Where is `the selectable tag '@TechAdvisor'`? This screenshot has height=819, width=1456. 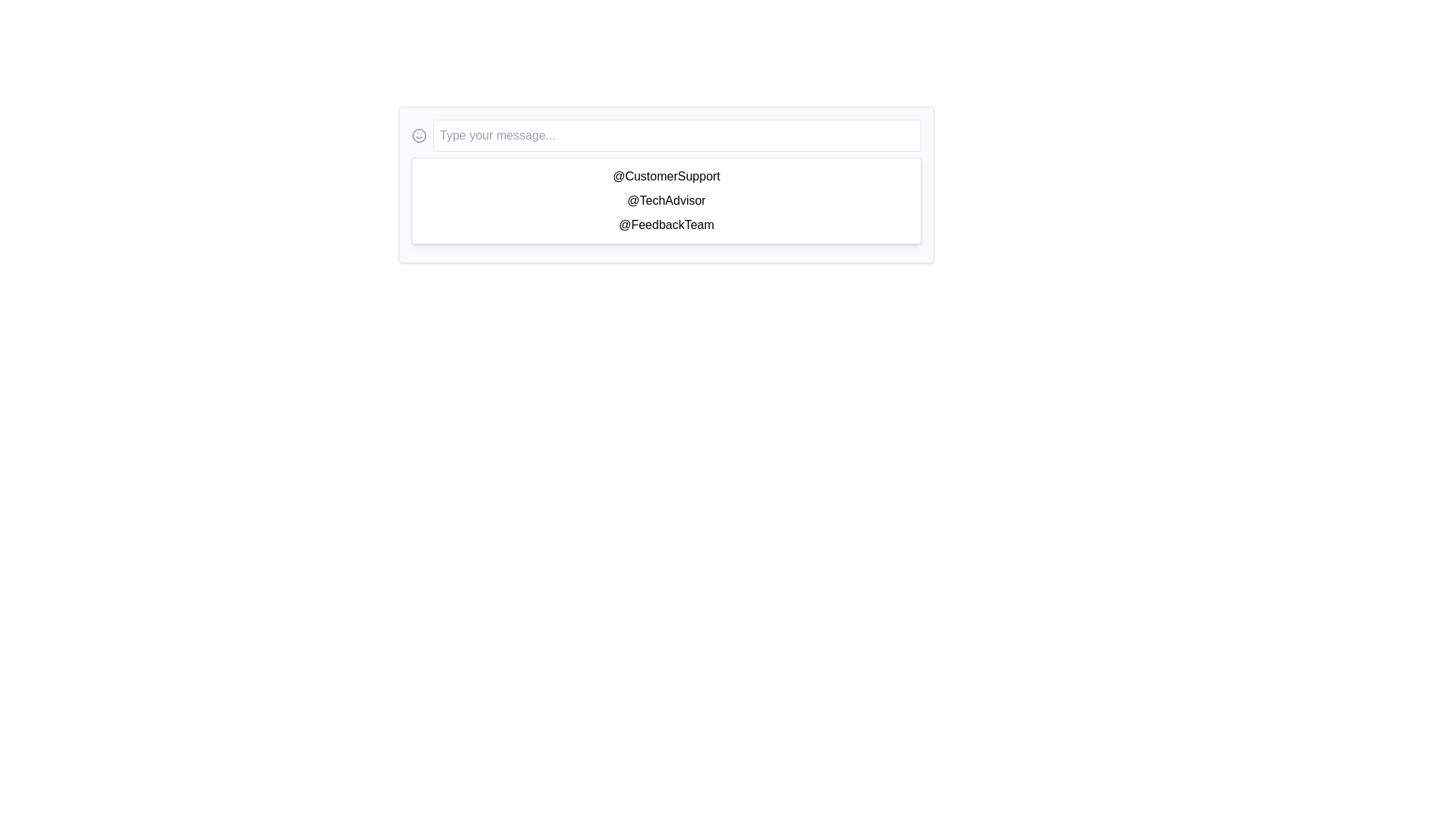 the selectable tag '@TechAdvisor' is located at coordinates (666, 200).